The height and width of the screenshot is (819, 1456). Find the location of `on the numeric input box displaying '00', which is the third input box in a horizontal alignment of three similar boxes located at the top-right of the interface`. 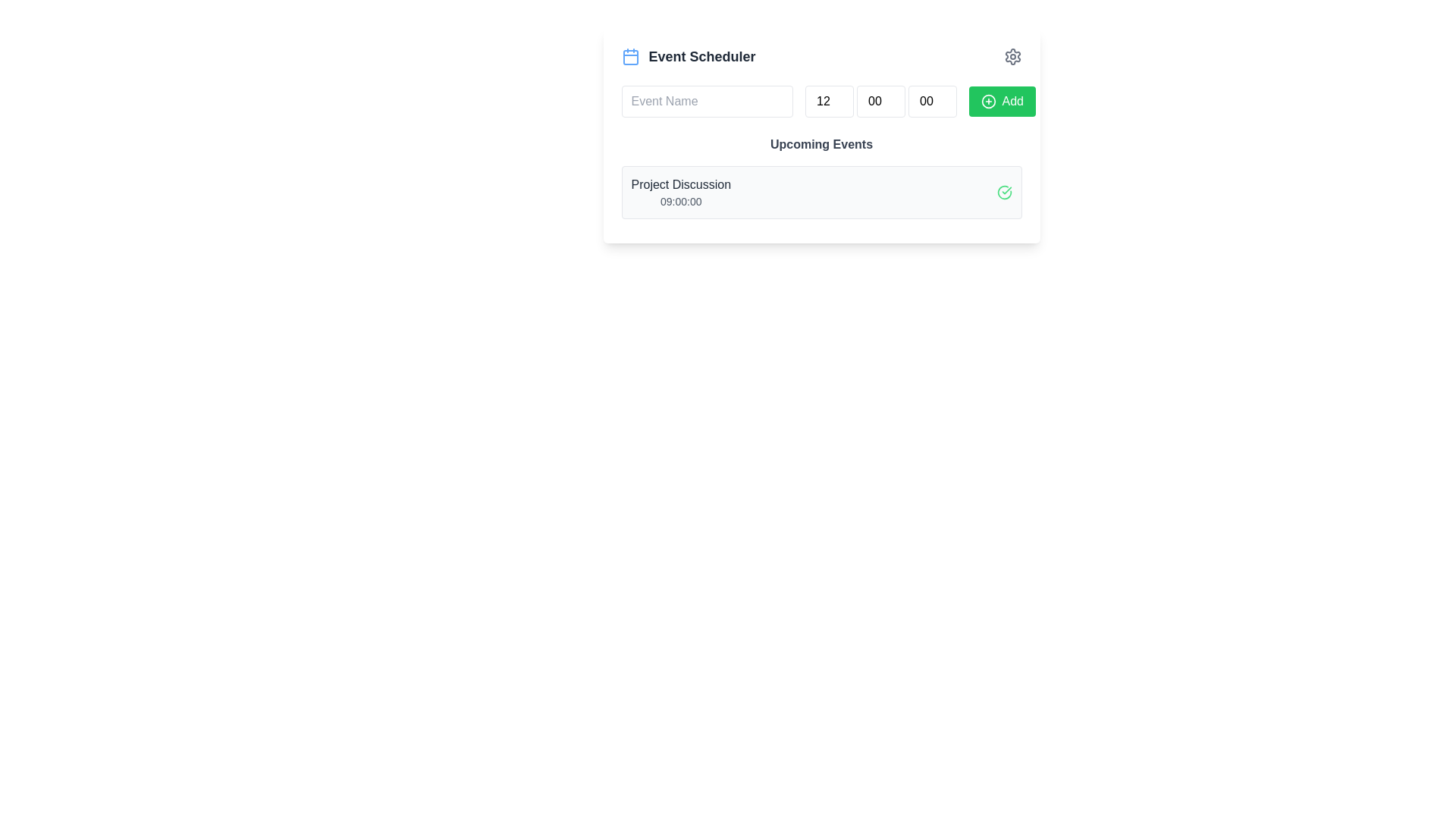

on the numeric input box displaying '00', which is the third input box in a horizontal alignment of three similar boxes located at the top-right of the interface is located at coordinates (931, 102).